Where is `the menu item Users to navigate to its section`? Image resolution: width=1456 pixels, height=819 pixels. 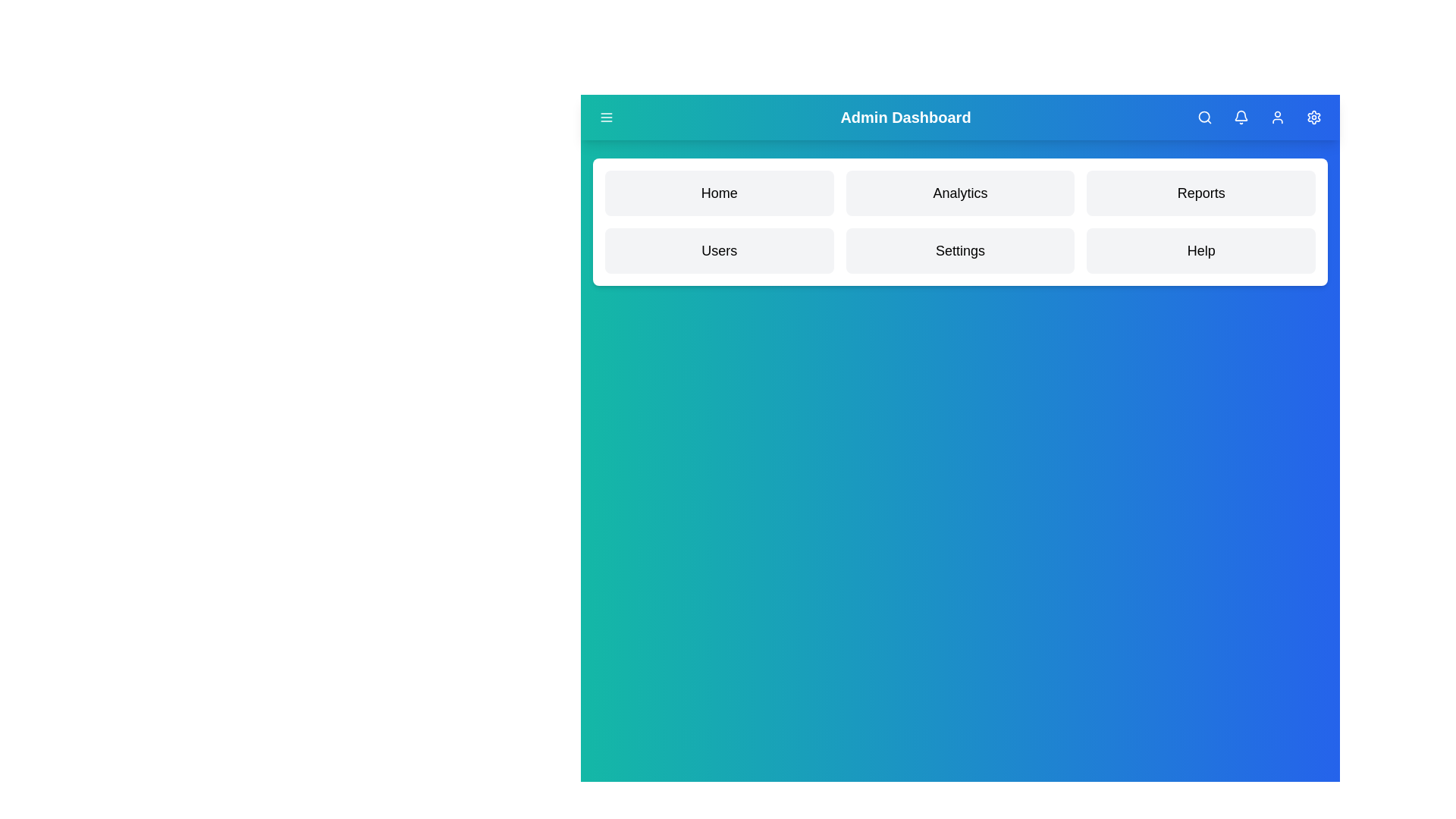 the menu item Users to navigate to its section is located at coordinates (718, 250).